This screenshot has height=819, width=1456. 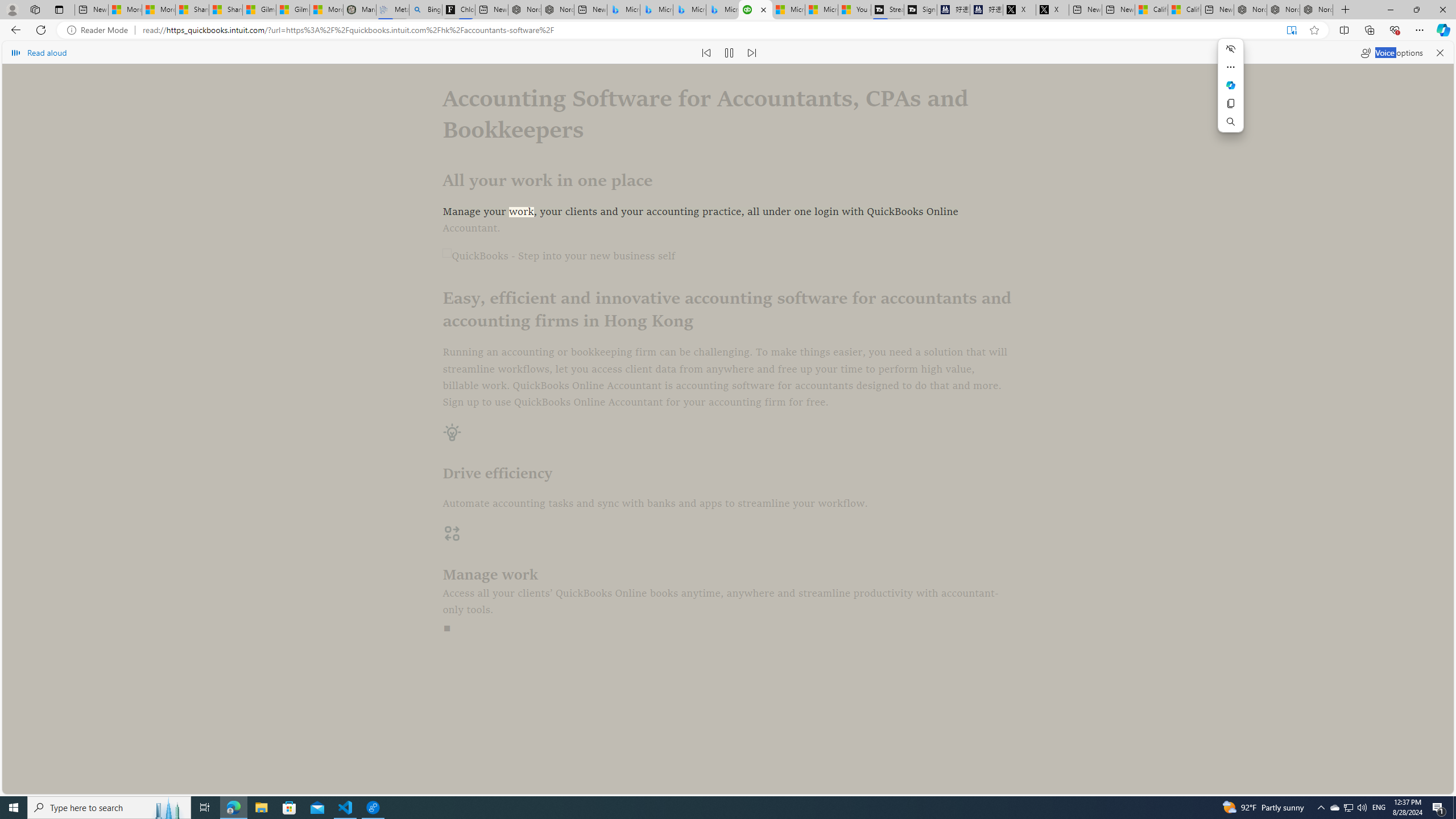 What do you see at coordinates (100, 30) in the screenshot?
I see `'Reader Mode'` at bounding box center [100, 30].